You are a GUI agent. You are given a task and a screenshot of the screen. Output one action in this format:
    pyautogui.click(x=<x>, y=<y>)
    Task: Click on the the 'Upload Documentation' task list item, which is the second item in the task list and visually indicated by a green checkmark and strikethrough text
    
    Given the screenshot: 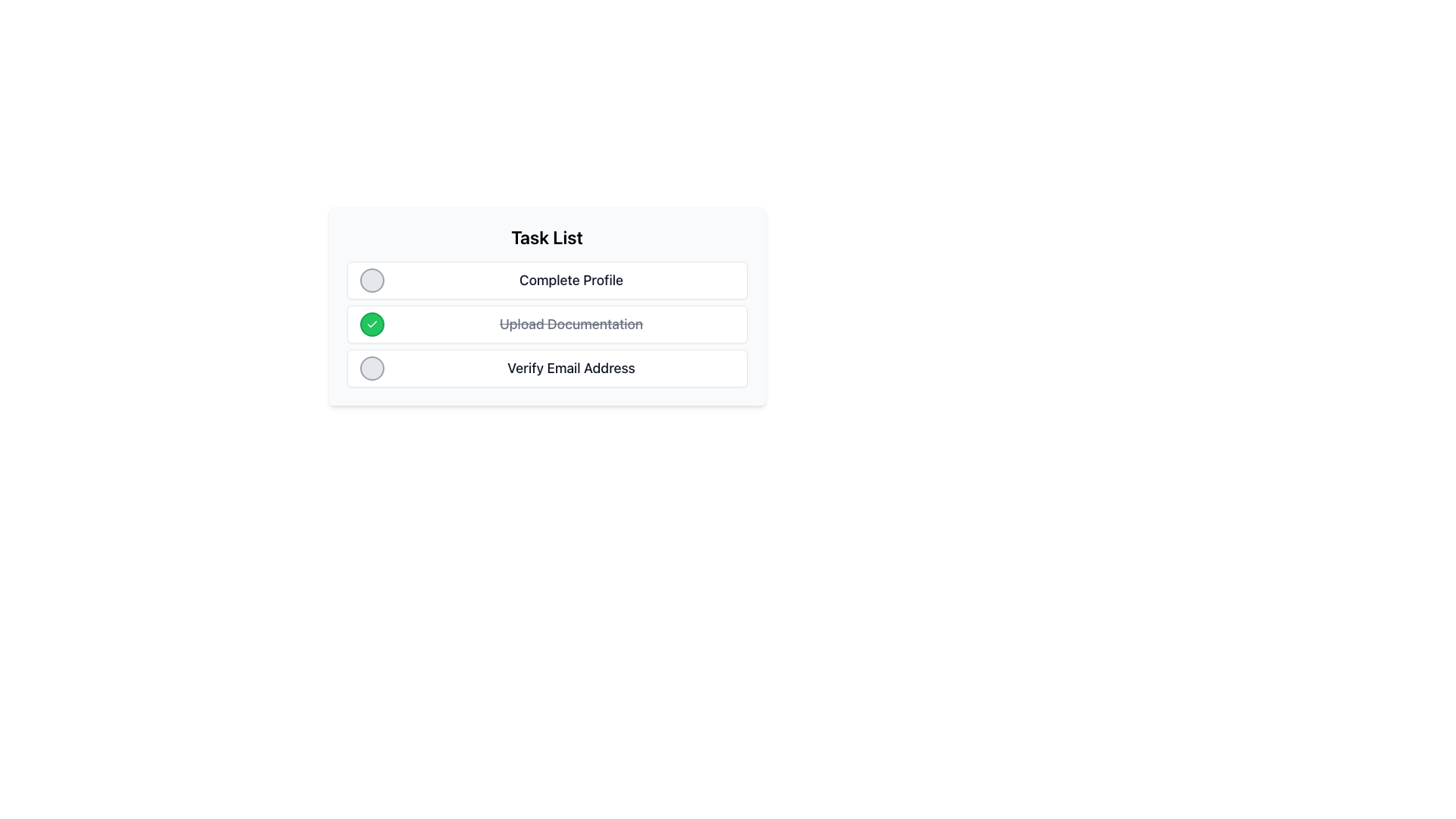 What is the action you would take?
    pyautogui.click(x=546, y=324)
    